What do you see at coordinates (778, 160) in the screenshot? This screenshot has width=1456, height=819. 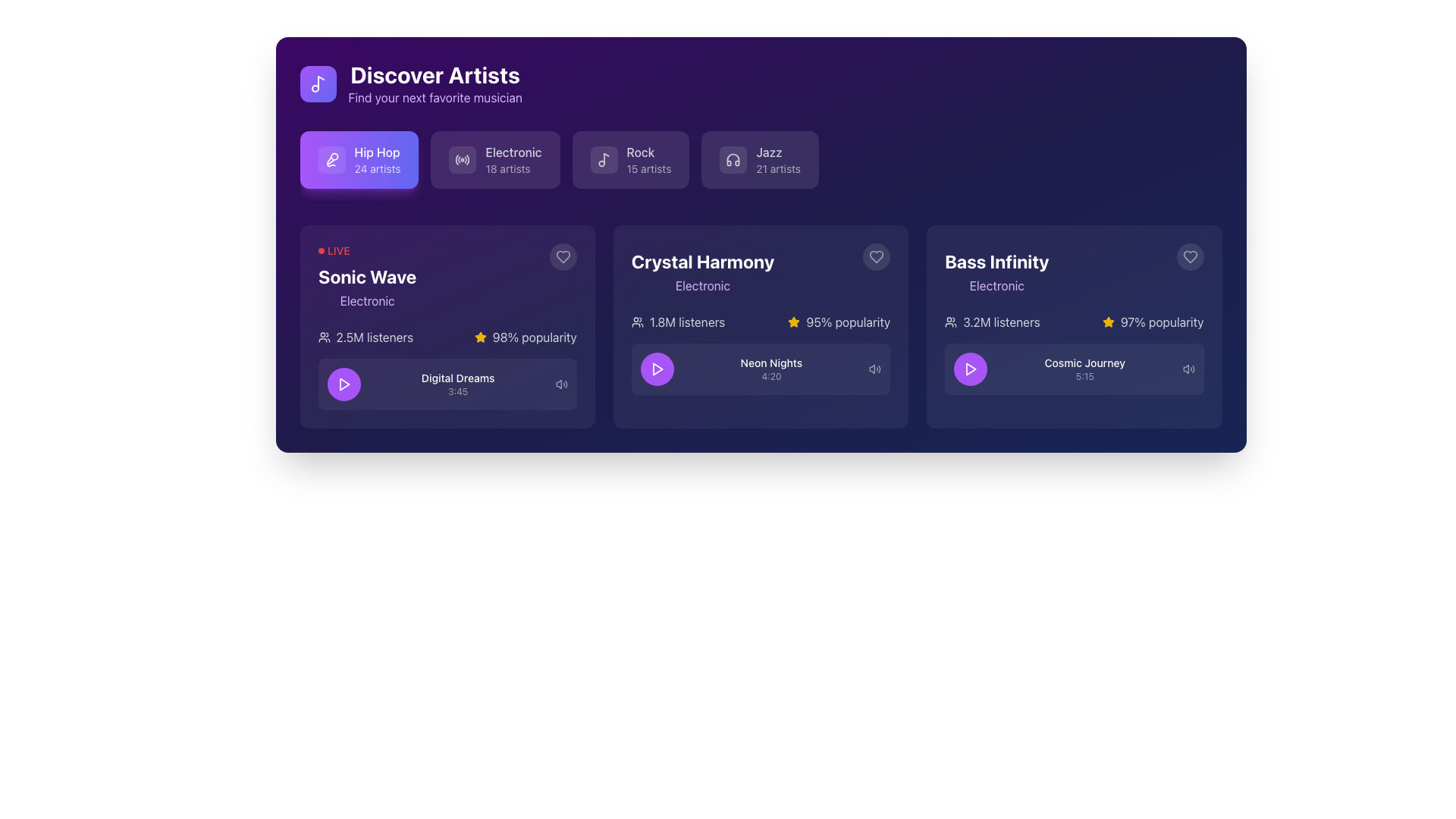 I see `the clickable button labeled 'Jazz'` at bounding box center [778, 160].